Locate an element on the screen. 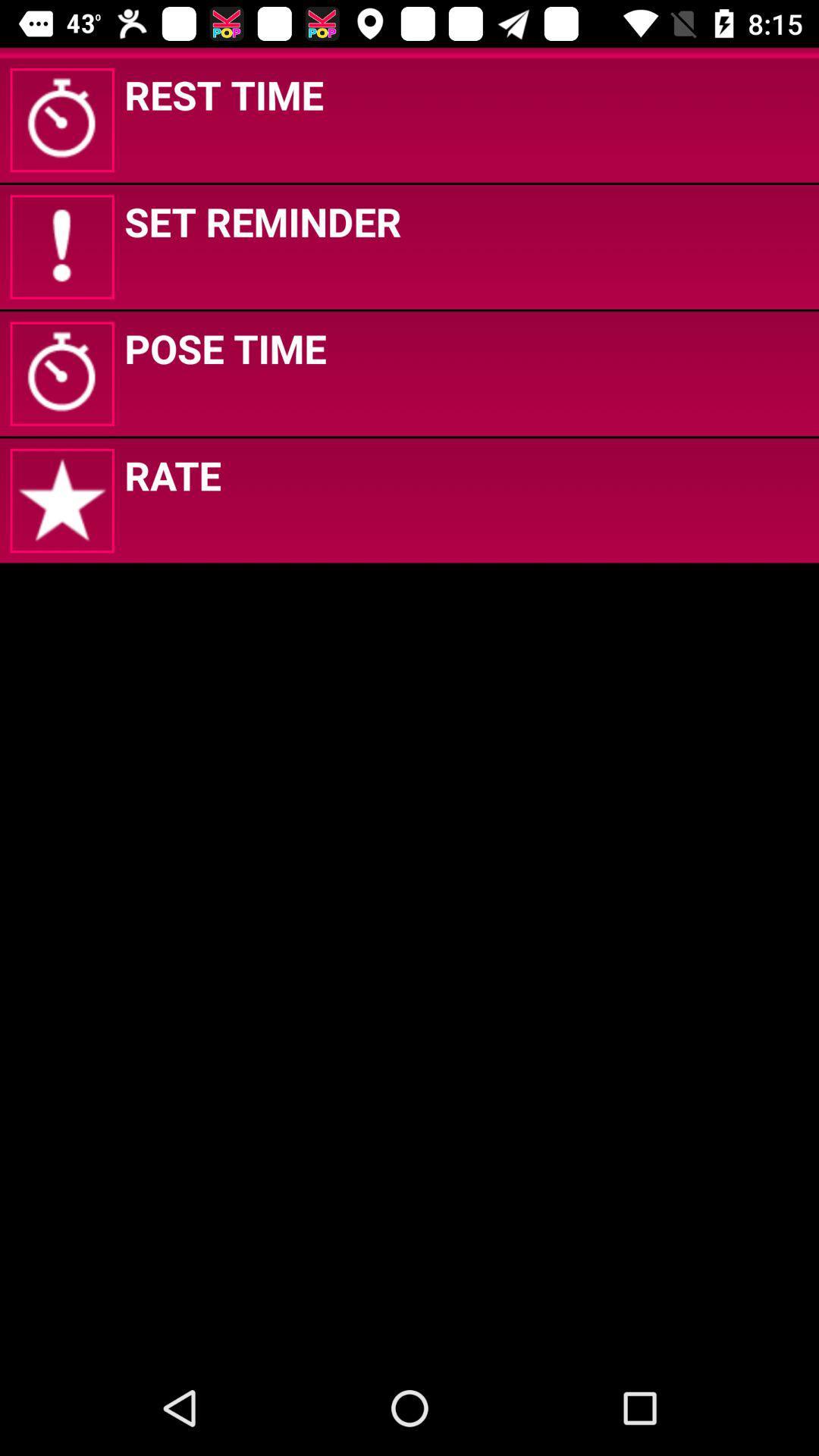 This screenshot has height=1456, width=819. icon above the set reminder app is located at coordinates (224, 93).